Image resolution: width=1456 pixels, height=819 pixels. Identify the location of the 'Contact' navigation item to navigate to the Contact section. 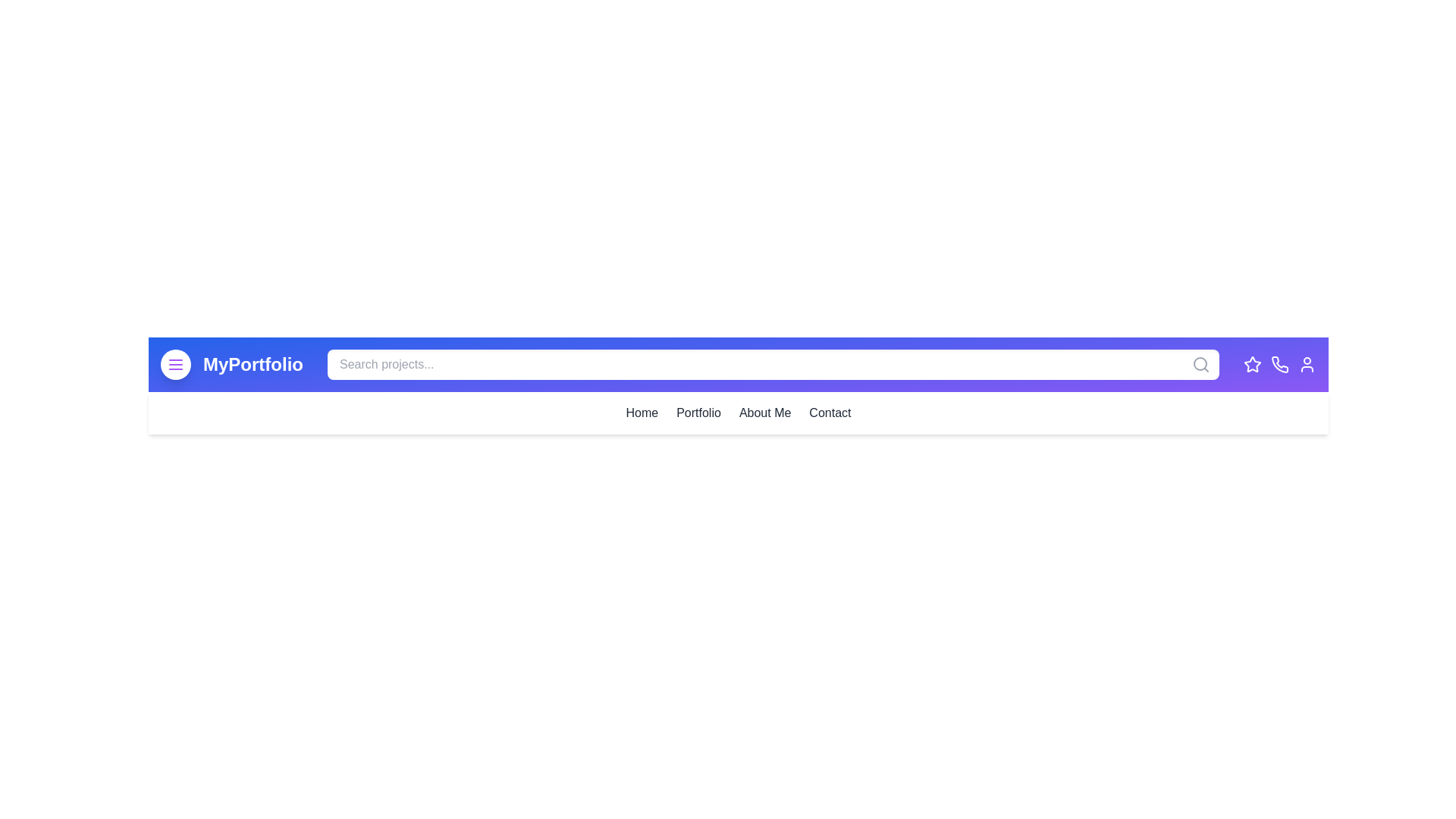
(829, 413).